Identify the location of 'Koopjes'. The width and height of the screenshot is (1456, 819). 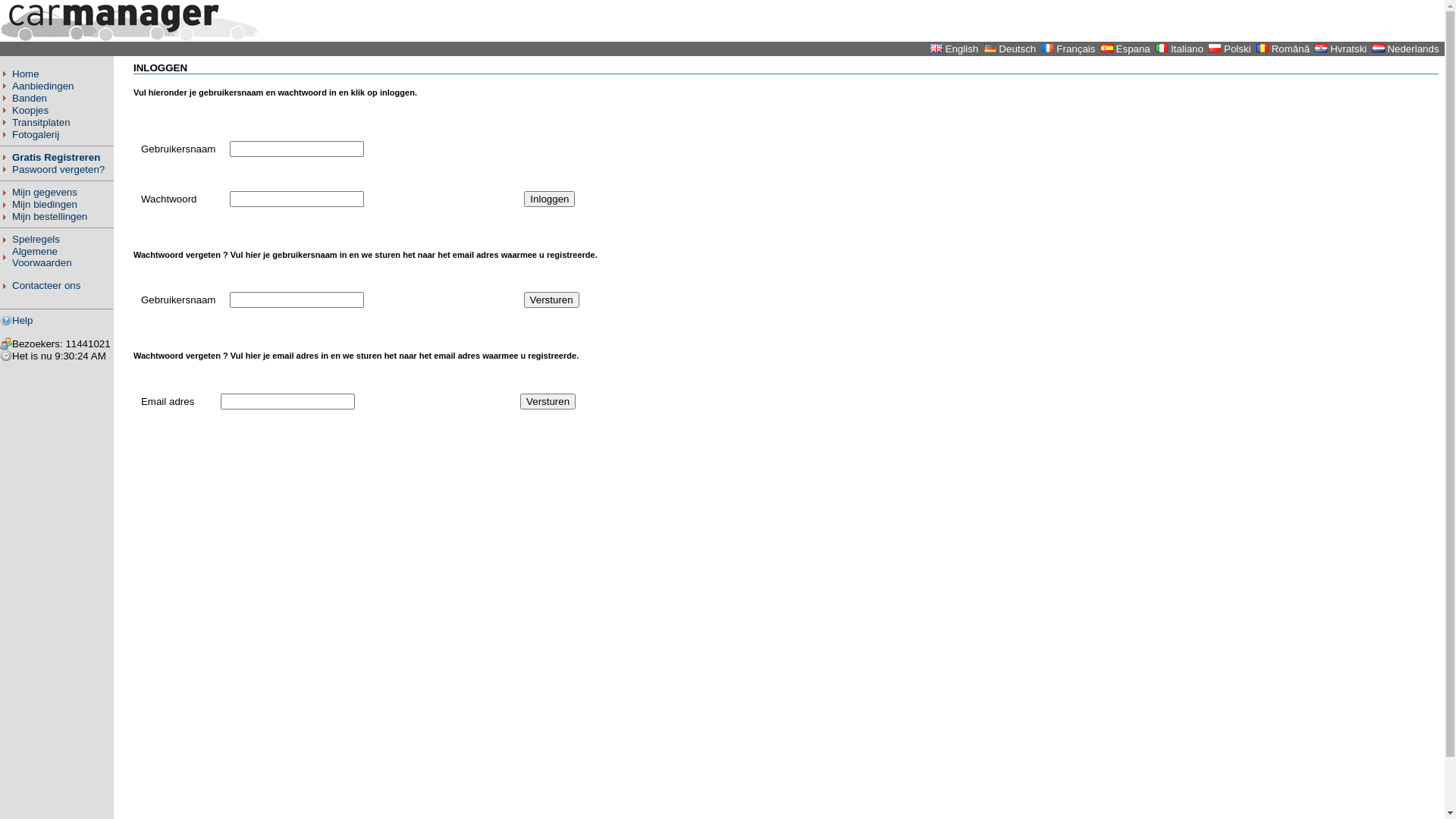
(30, 109).